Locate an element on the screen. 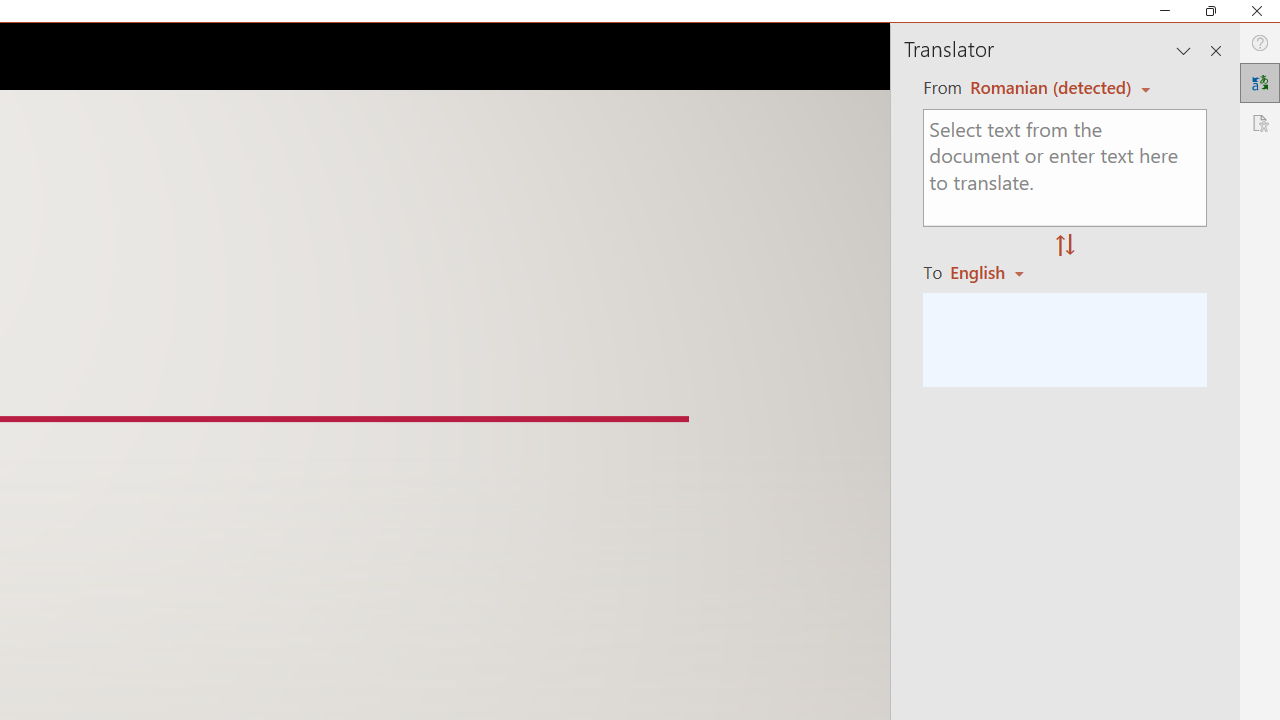 This screenshot has width=1280, height=720. 'Help' is located at coordinates (1259, 43).